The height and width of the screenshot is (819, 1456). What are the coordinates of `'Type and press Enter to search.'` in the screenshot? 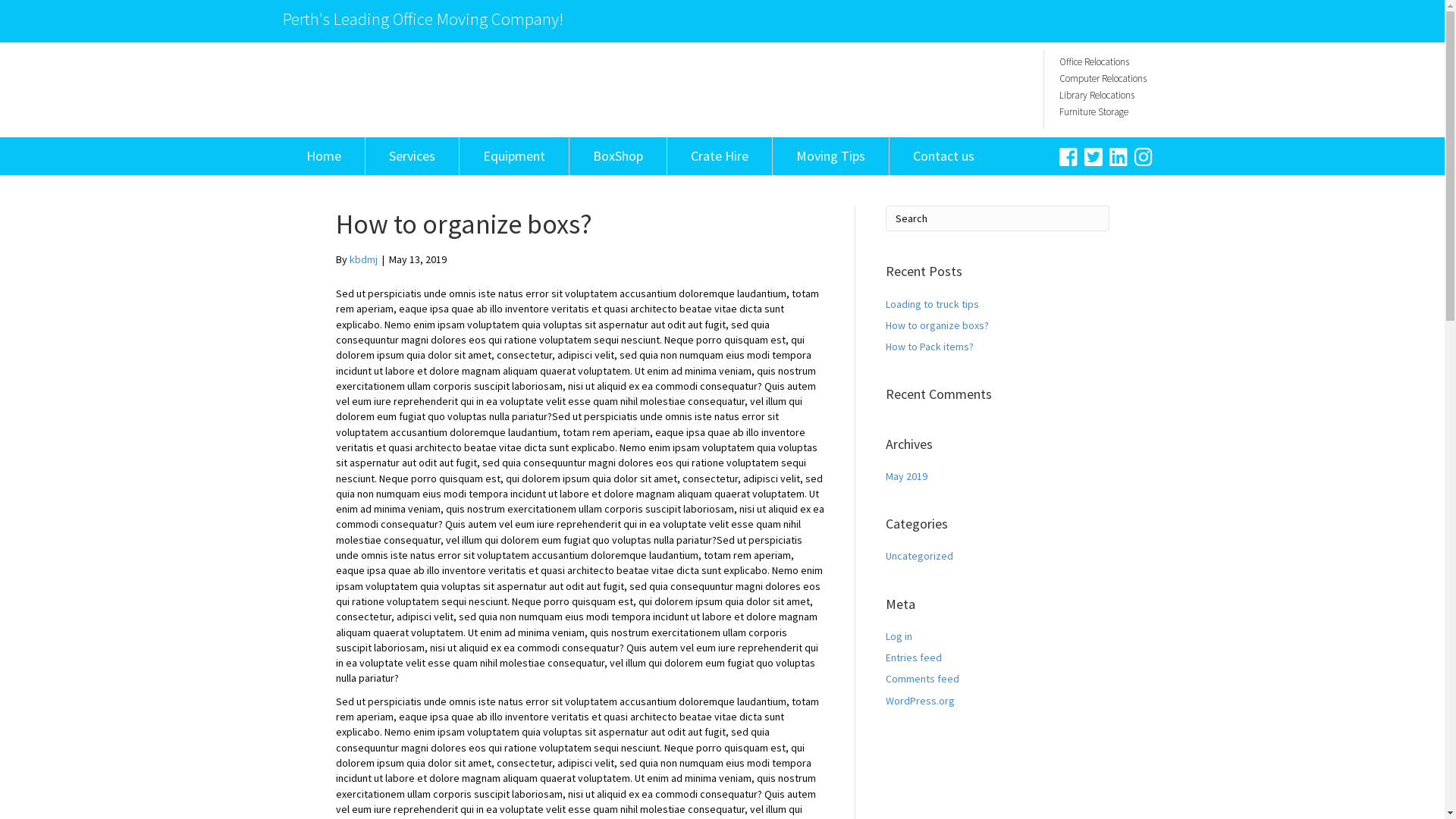 It's located at (885, 218).